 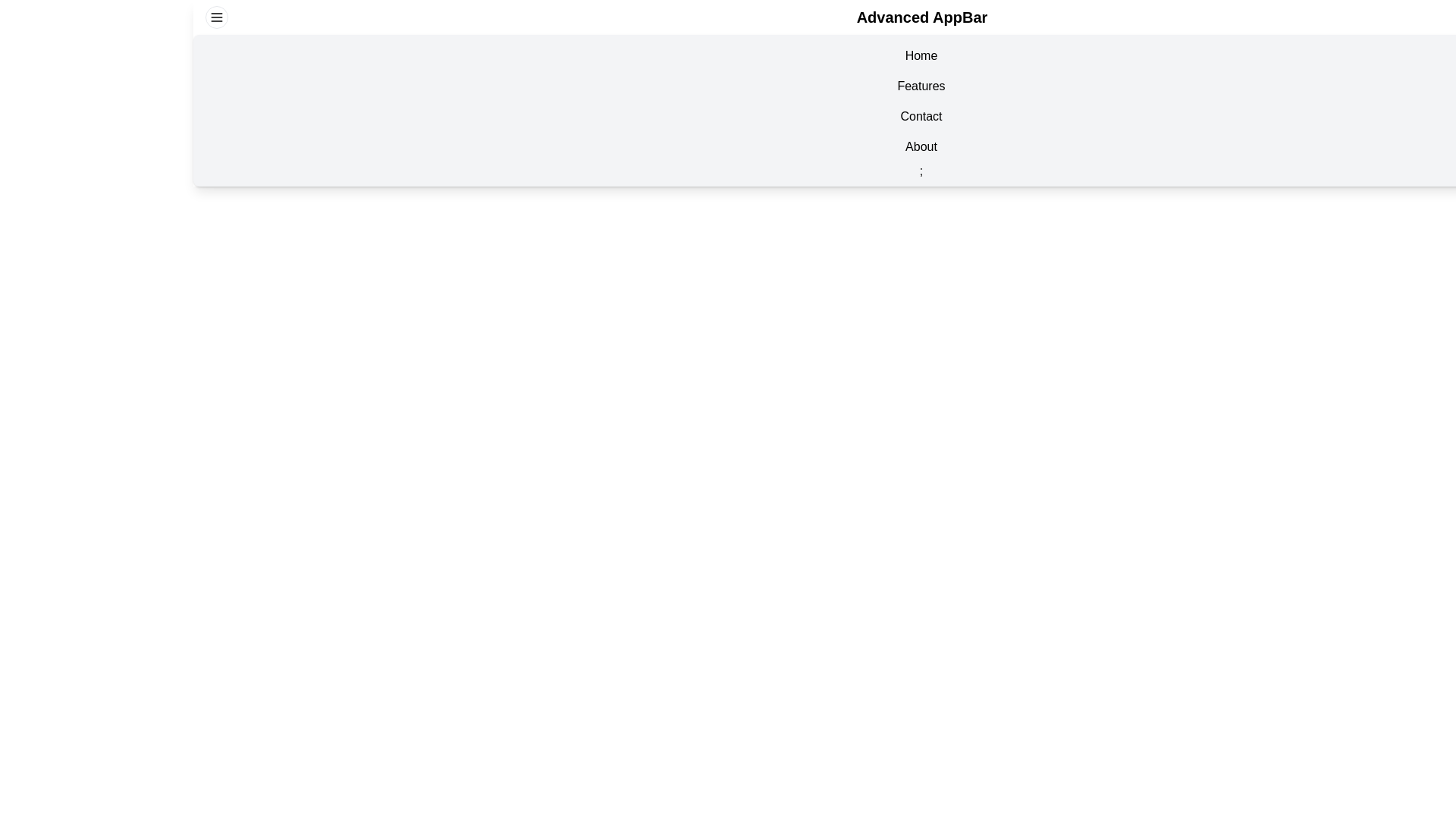 I want to click on the navigation item Home in the EnhancedAppBar, so click(x=920, y=55).